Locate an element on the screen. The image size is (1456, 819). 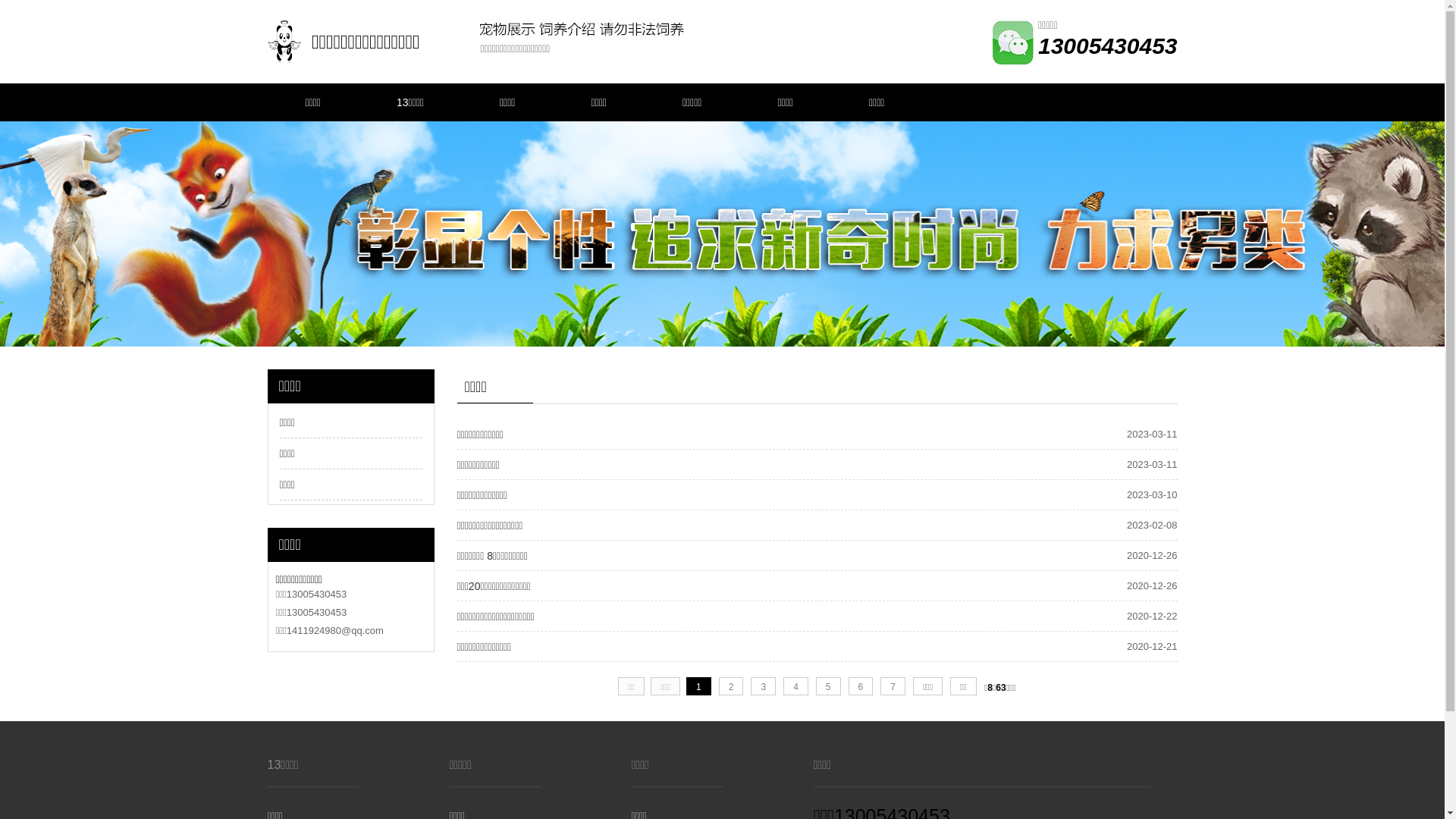
'5' is located at coordinates (827, 686).